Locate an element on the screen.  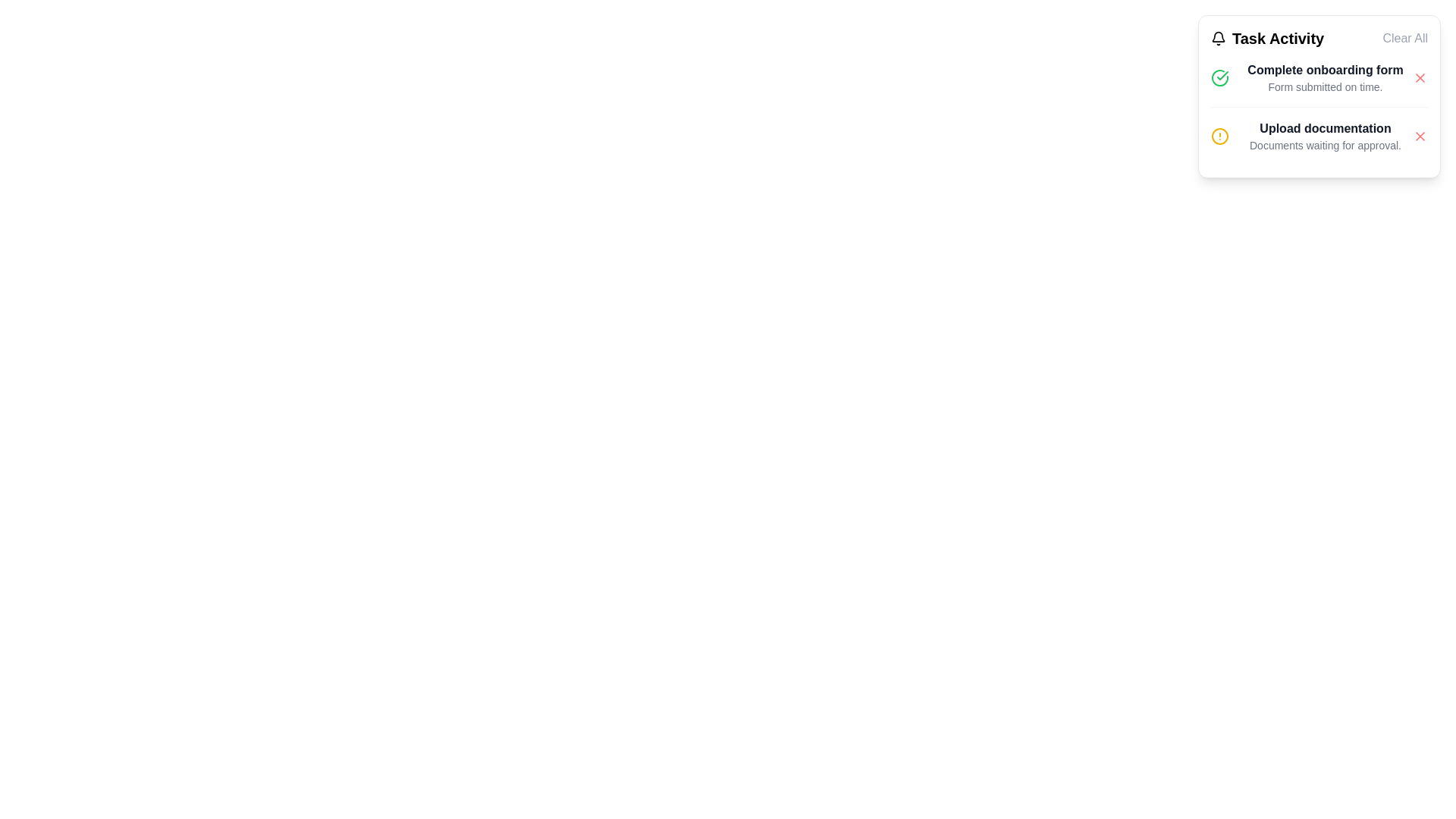
the green checkmark icon that indicates the successful completion of the 'Complete onboarding form' task, located in the upper part of the 'Task Activity' section is located at coordinates (1219, 78).